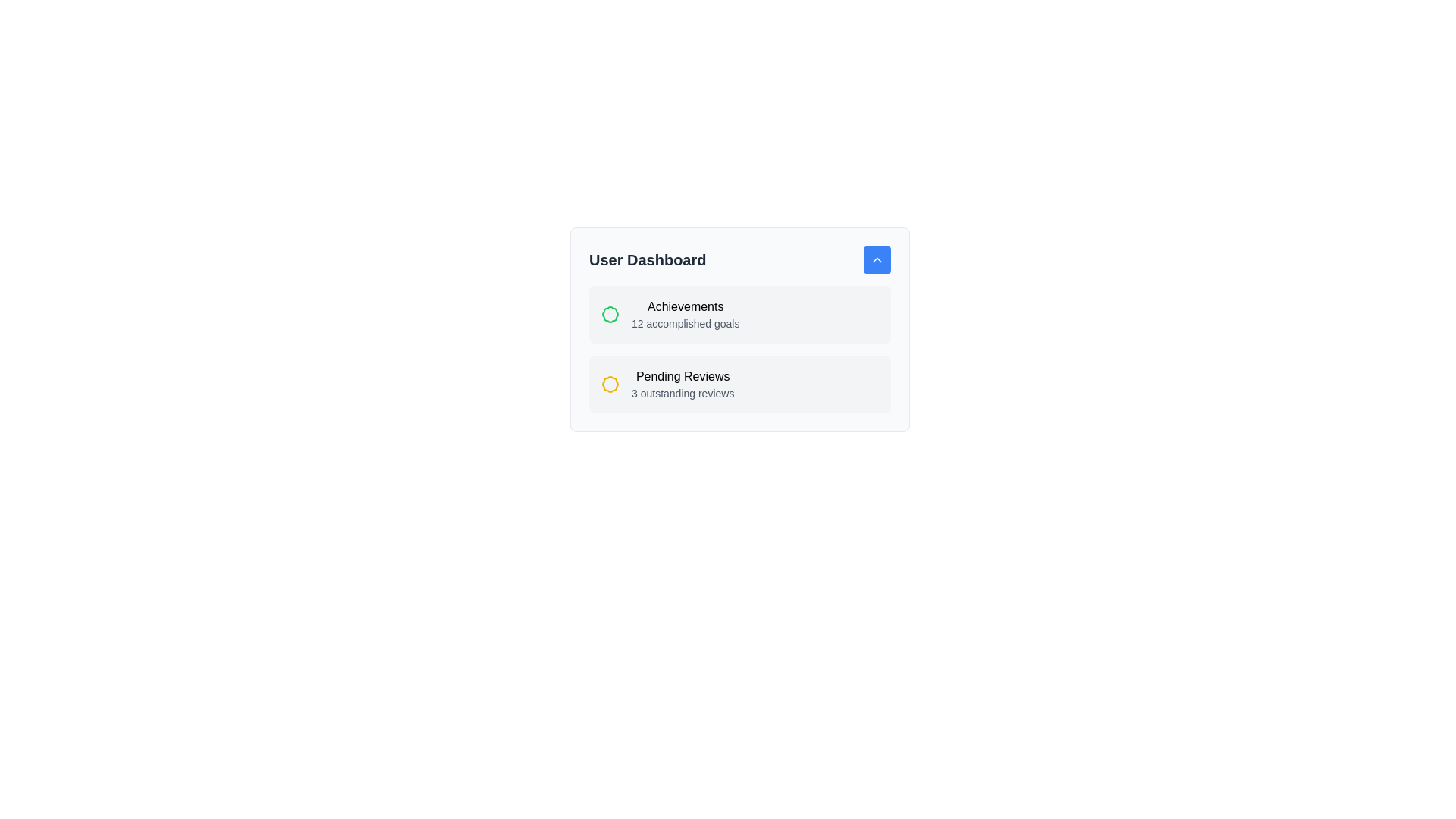  I want to click on the abstract badge icon with a green outline located to the left of the text 'Achievements' in the dashboard layout, so click(610, 314).